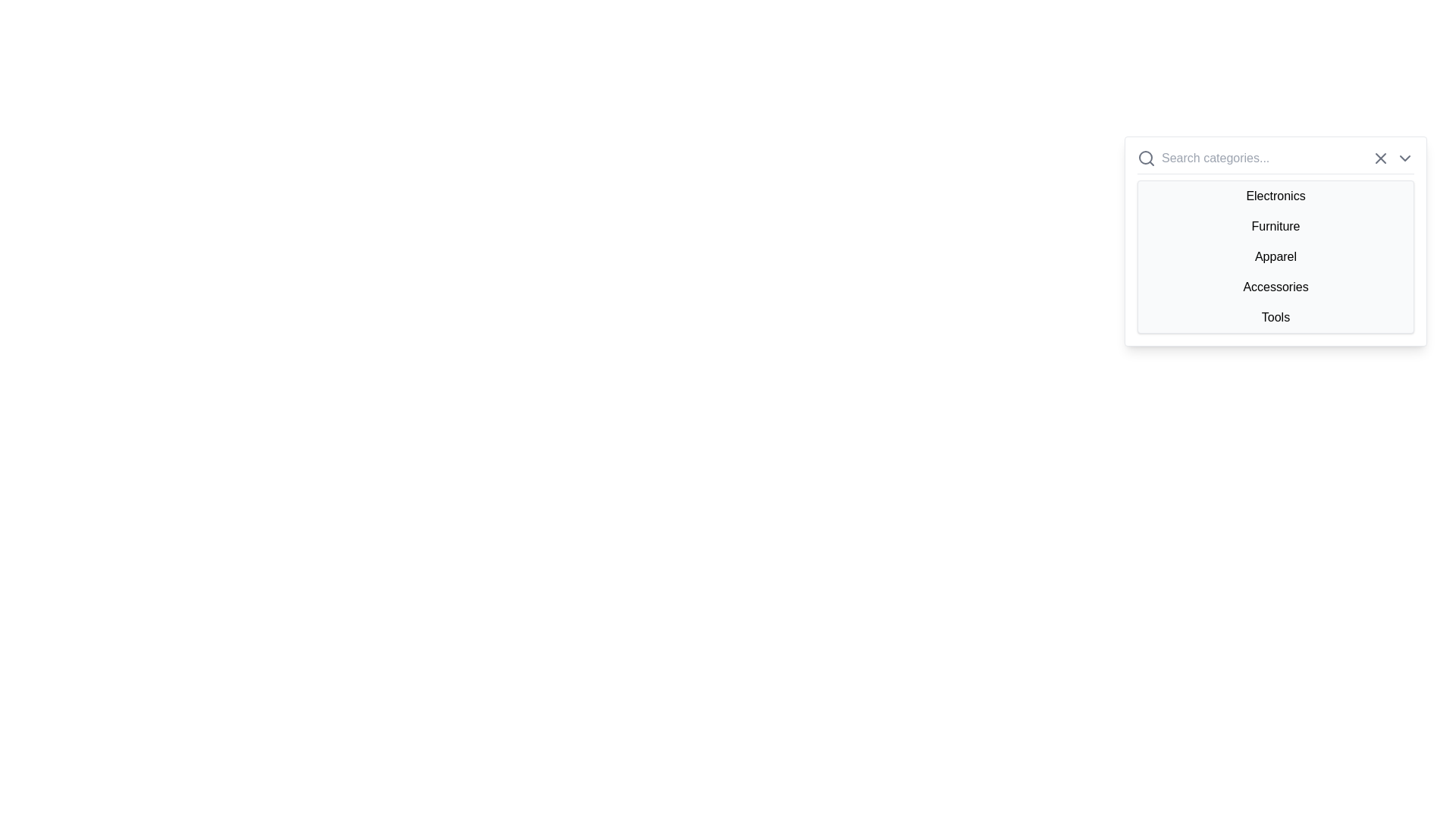 Image resolution: width=1456 pixels, height=819 pixels. What do you see at coordinates (1275, 195) in the screenshot?
I see `the 'Electronics' menu item in the dropdown list` at bounding box center [1275, 195].